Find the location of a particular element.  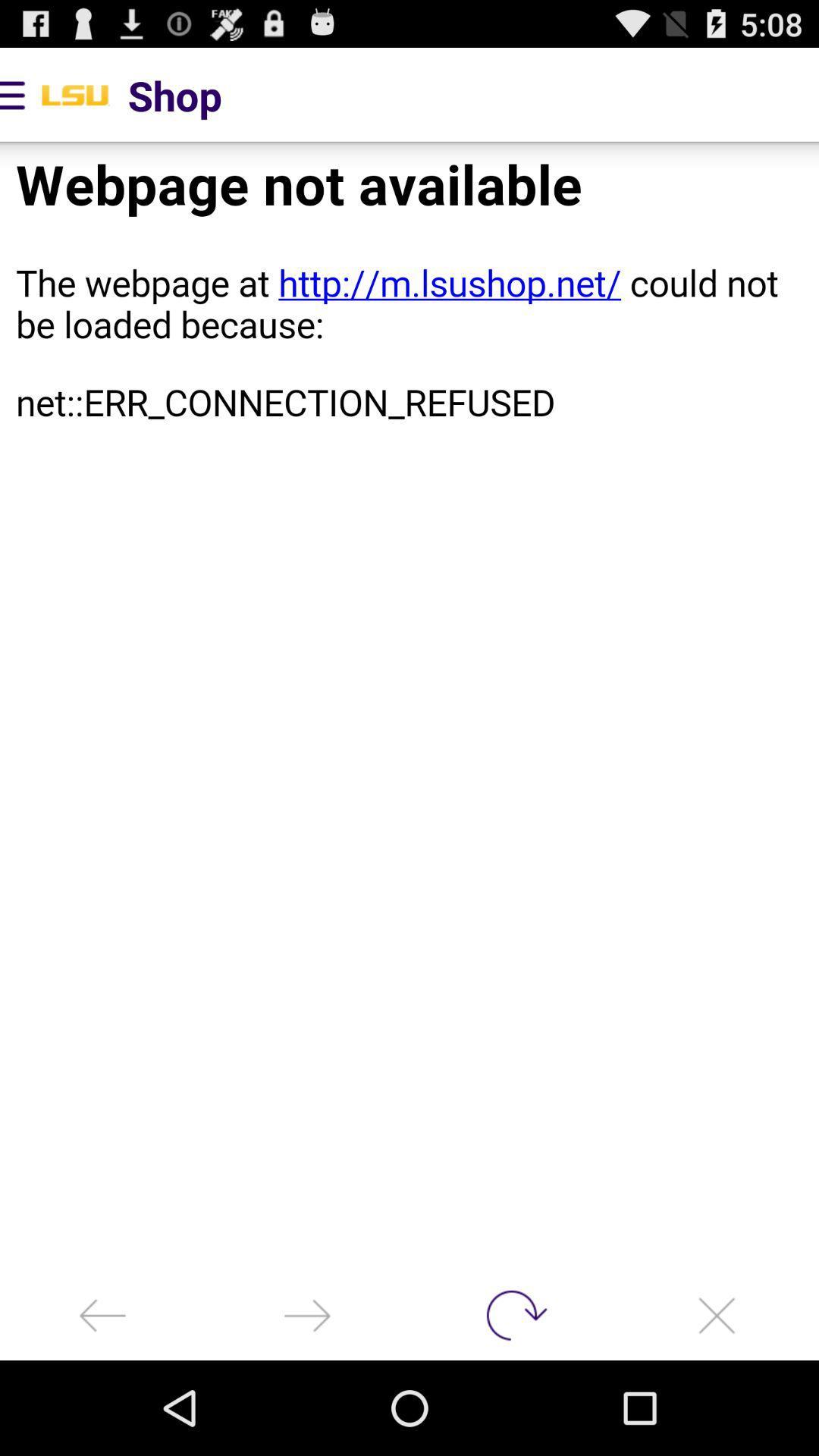

reload page is located at coordinates (512, 1314).